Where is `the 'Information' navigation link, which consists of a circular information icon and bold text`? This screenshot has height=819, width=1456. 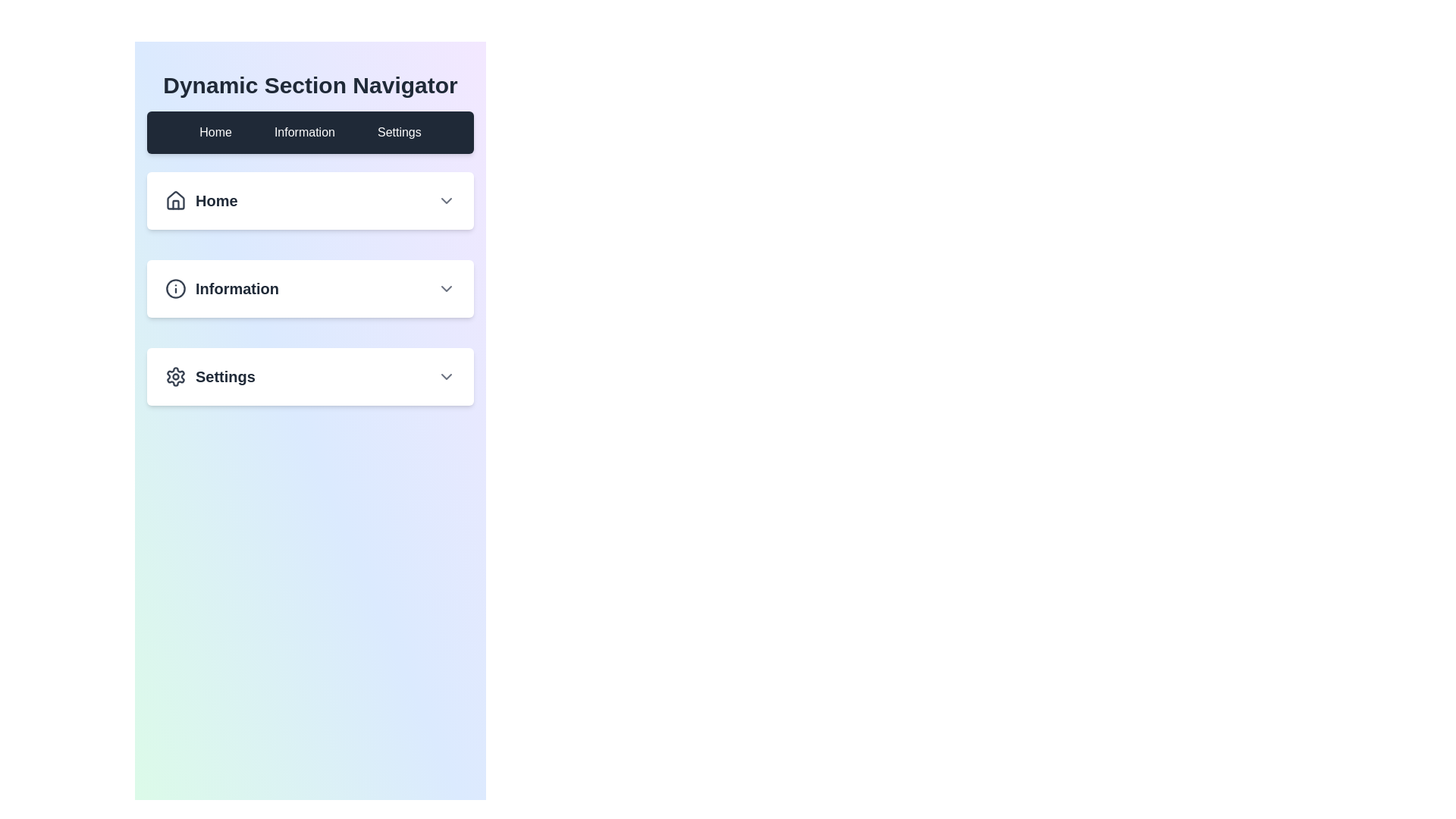
the 'Information' navigation link, which consists of a circular information icon and bold text is located at coordinates (221, 289).